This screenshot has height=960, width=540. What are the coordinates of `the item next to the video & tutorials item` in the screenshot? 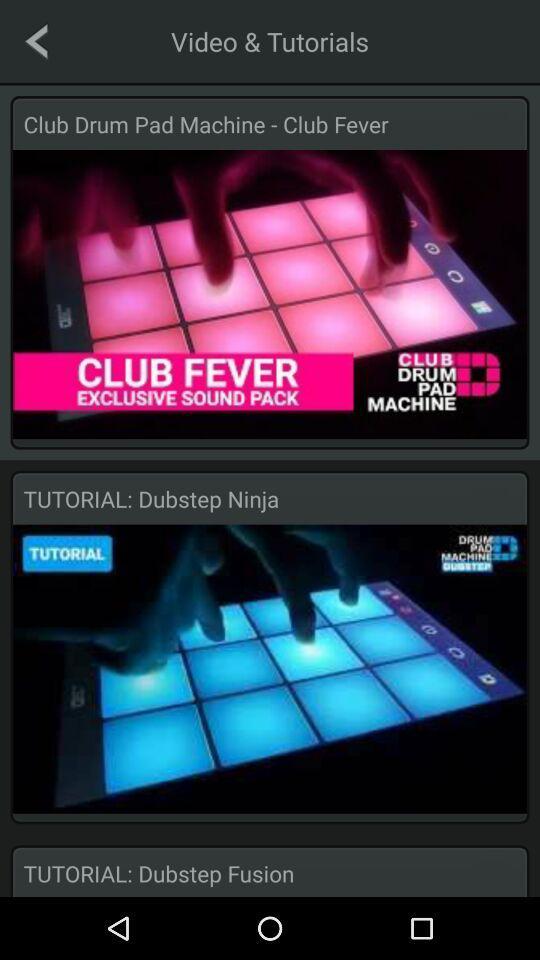 It's located at (36, 40).